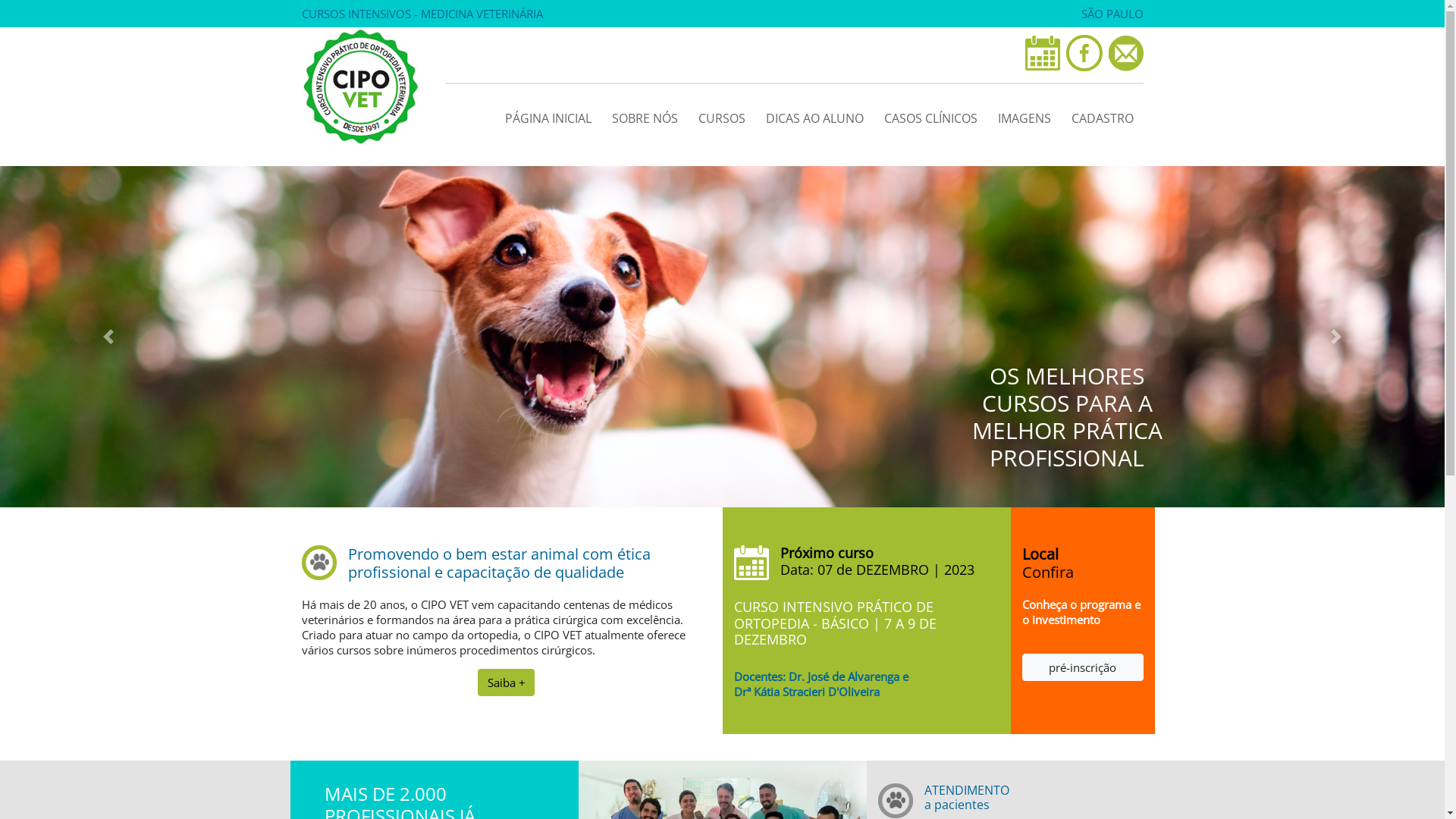  What do you see at coordinates (108, 335) in the screenshot?
I see `'Anterior'` at bounding box center [108, 335].